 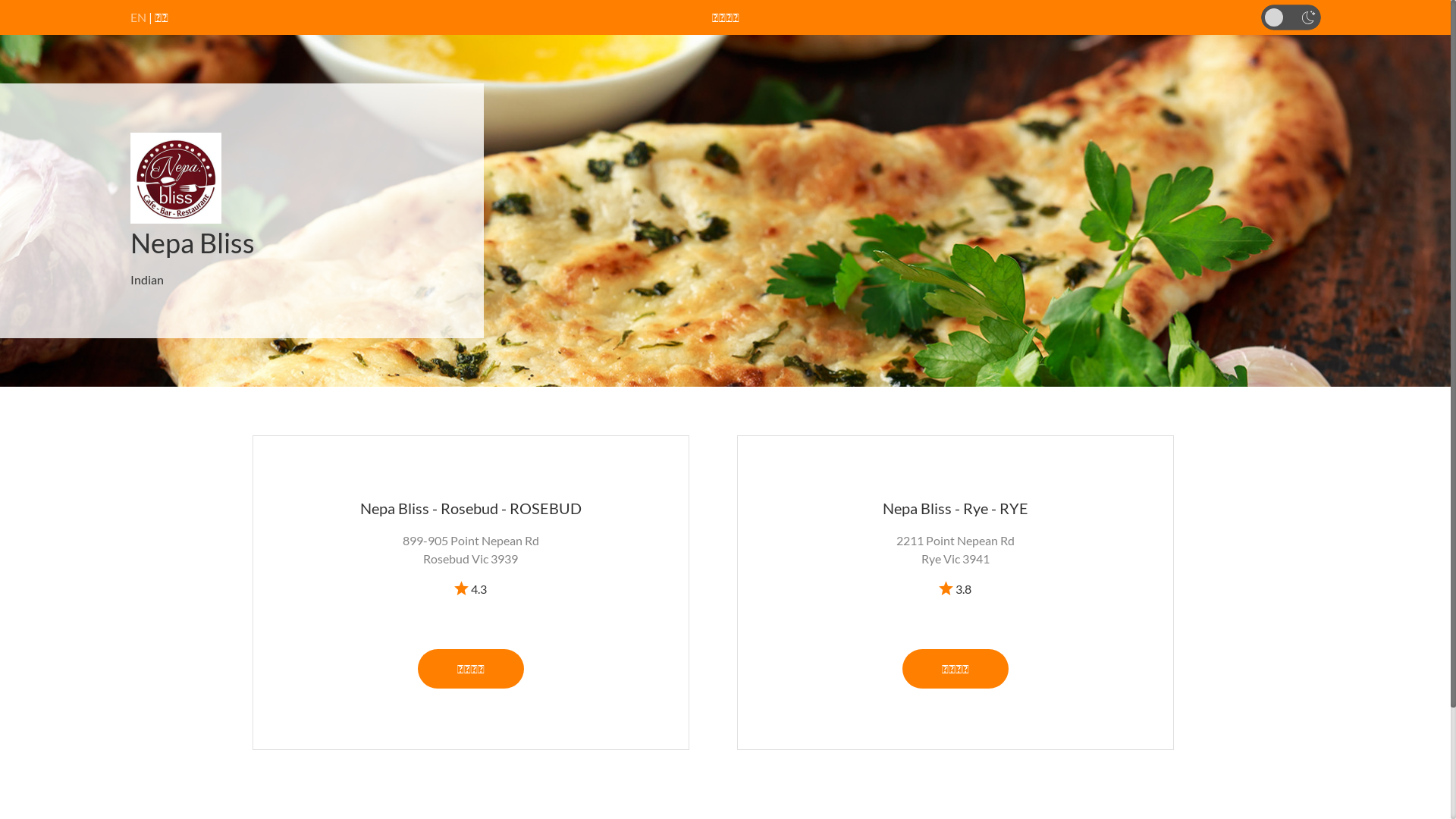 What do you see at coordinates (138, 17) in the screenshot?
I see `'EN'` at bounding box center [138, 17].